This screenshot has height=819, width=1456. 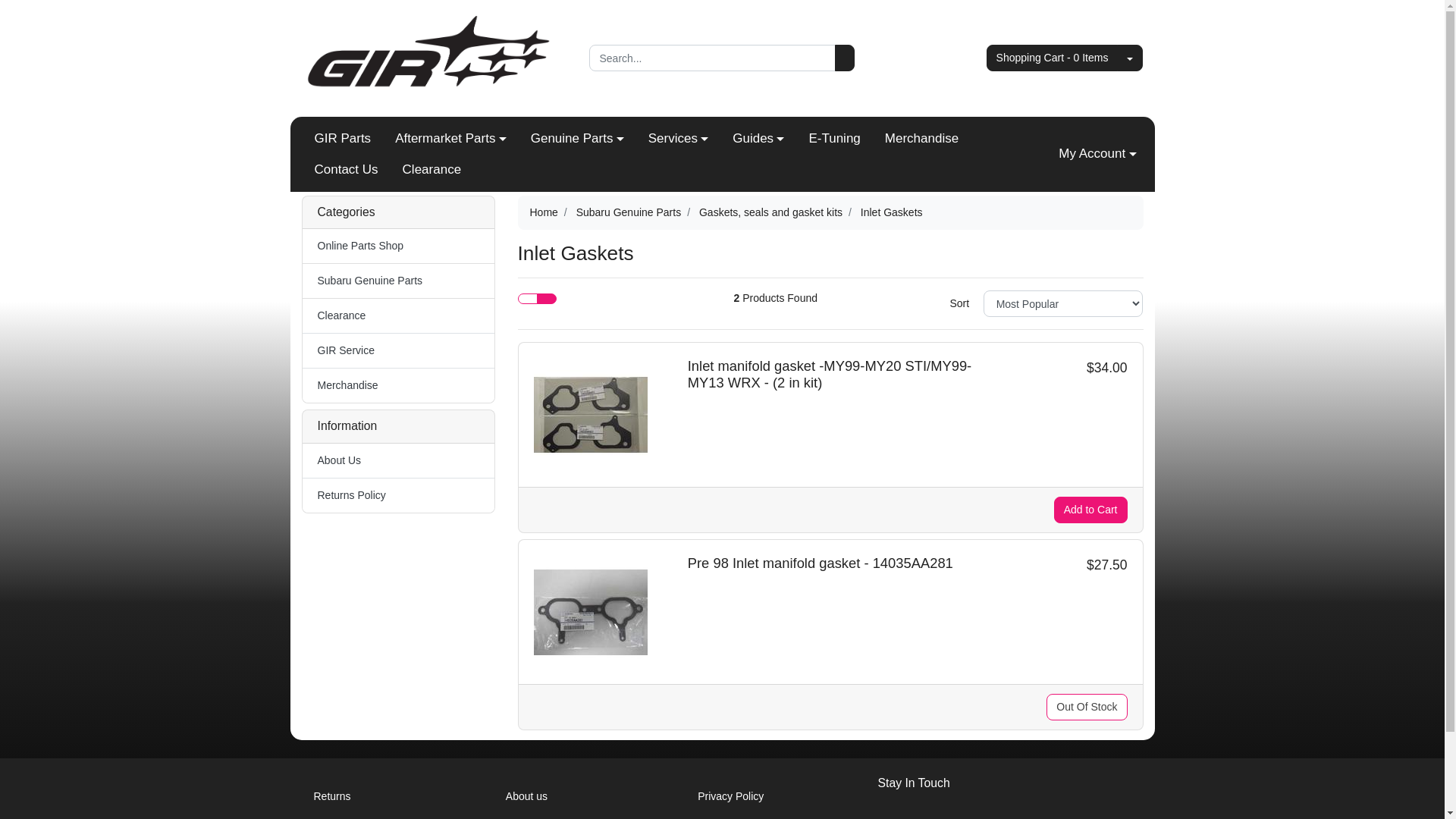 I want to click on 'Home', so click(x=529, y=212).